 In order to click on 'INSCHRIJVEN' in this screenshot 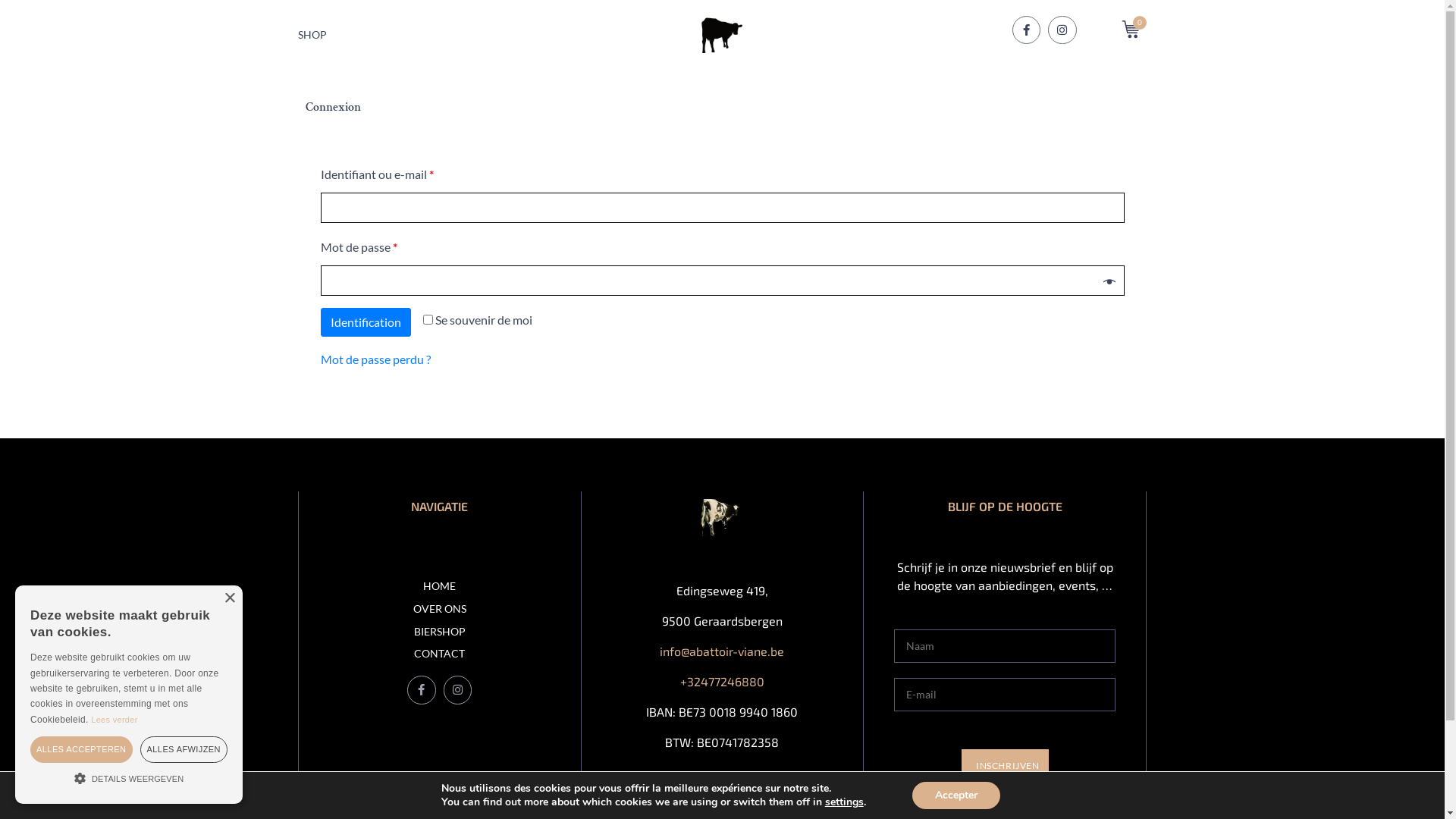, I will do `click(1005, 766)`.